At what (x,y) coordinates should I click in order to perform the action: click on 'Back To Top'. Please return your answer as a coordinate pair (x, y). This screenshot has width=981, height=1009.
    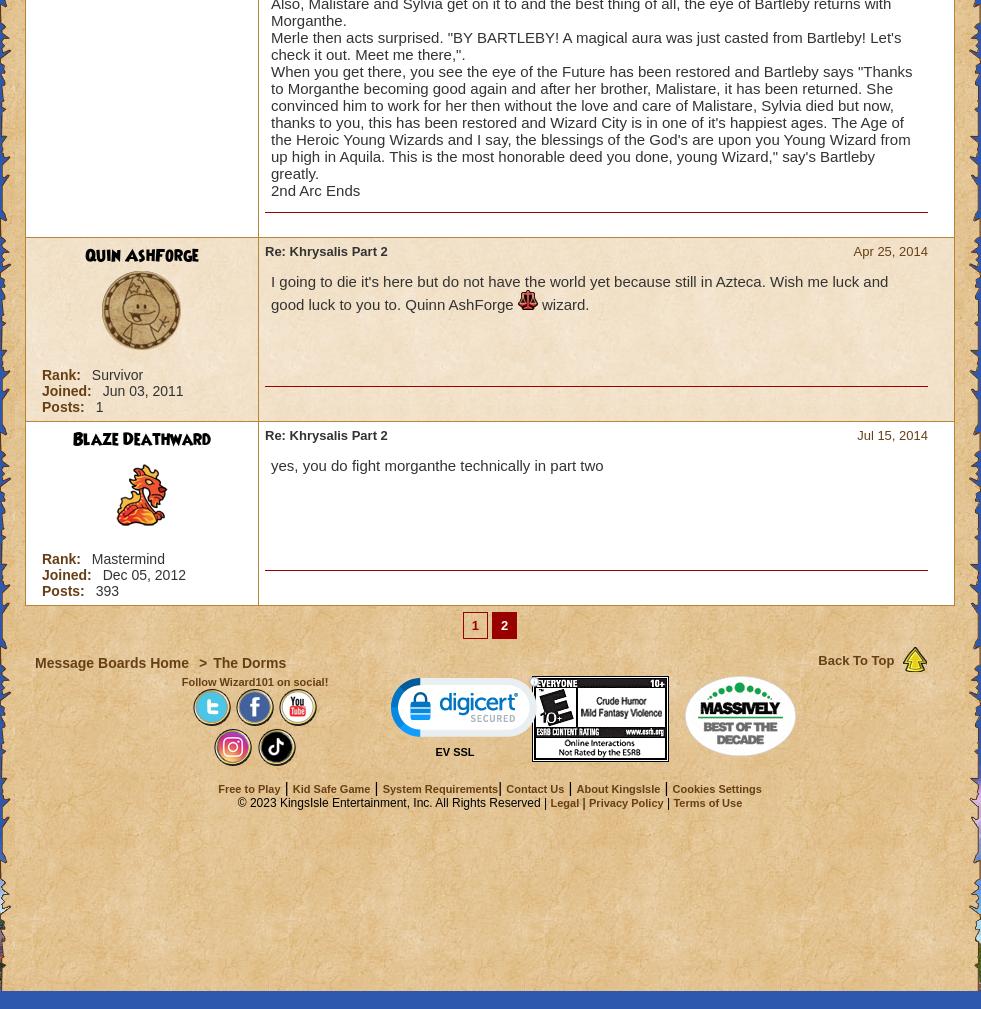
    Looking at the image, I should click on (856, 660).